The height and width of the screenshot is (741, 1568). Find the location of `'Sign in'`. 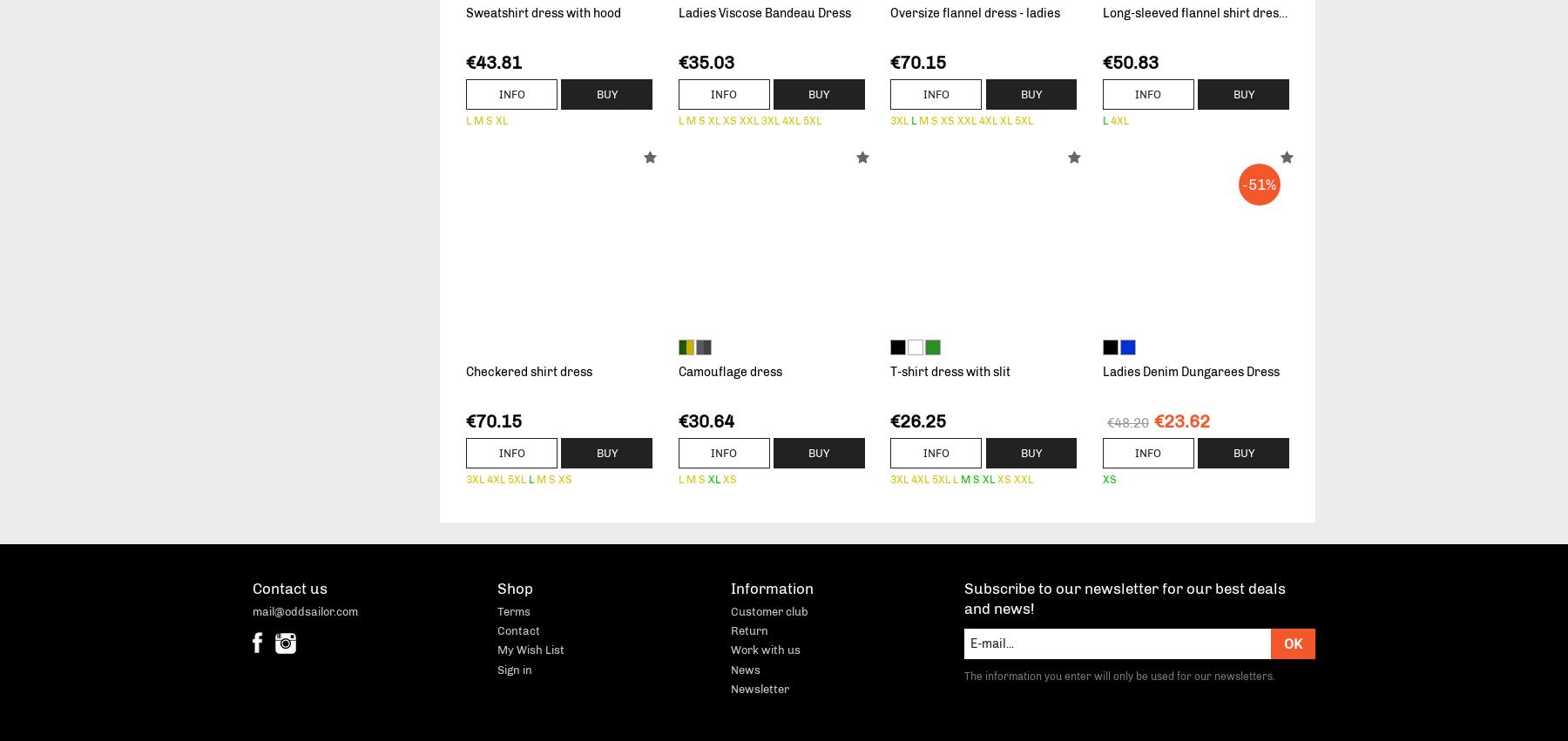

'Sign in' is located at coordinates (514, 669).